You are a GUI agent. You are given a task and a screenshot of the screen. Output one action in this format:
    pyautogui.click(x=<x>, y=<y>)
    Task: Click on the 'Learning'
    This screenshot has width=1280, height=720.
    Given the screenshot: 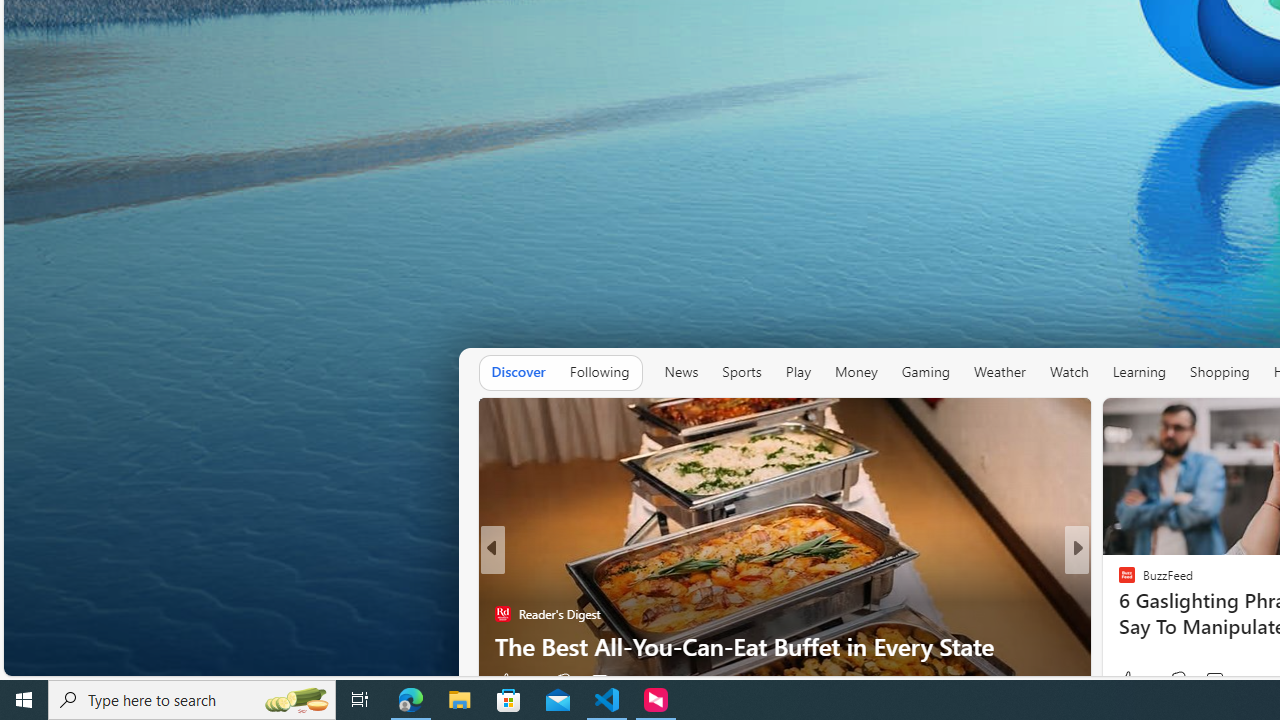 What is the action you would take?
    pyautogui.click(x=1139, y=371)
    